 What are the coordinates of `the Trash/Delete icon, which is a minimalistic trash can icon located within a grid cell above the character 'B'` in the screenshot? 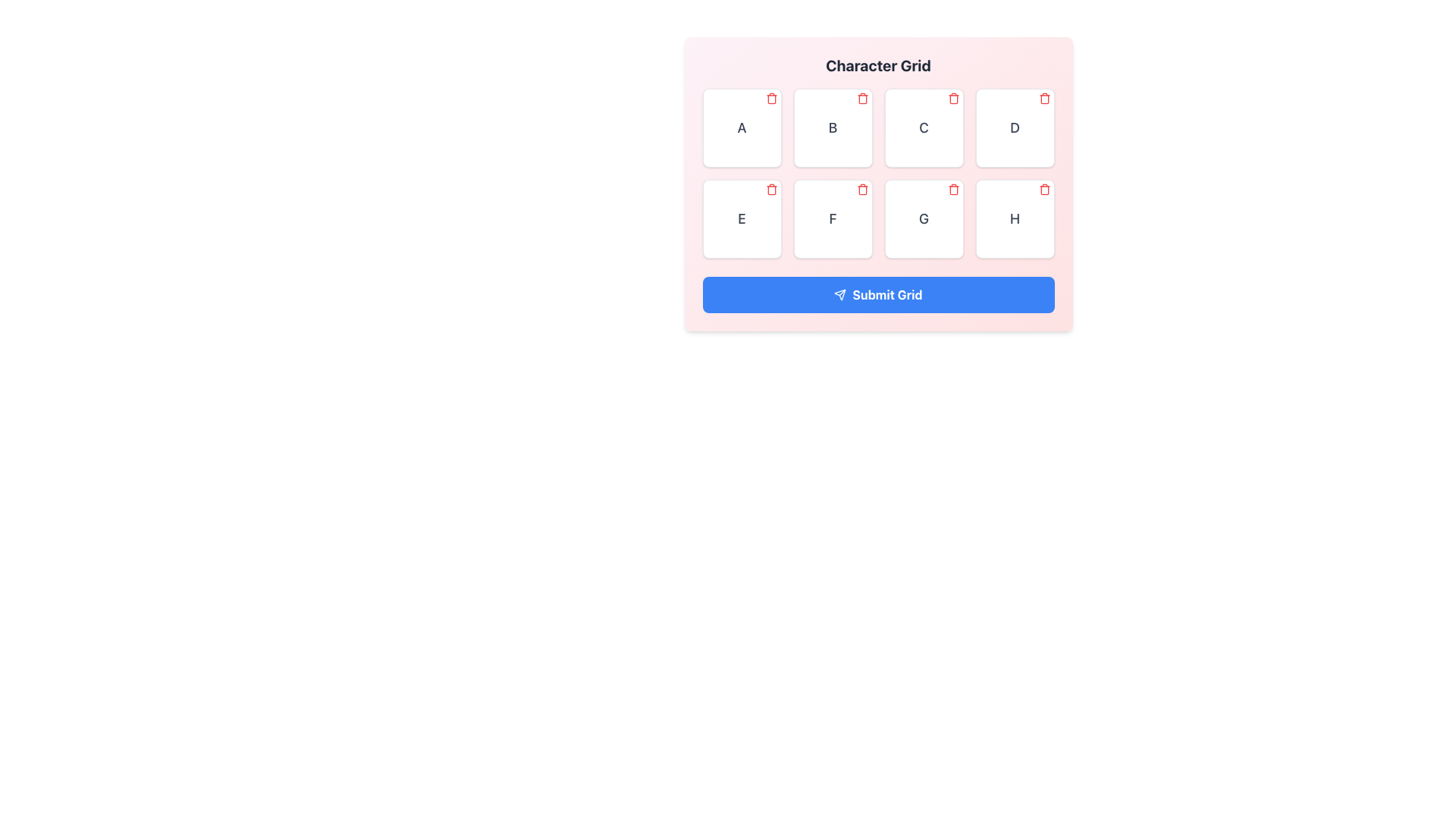 It's located at (862, 99).